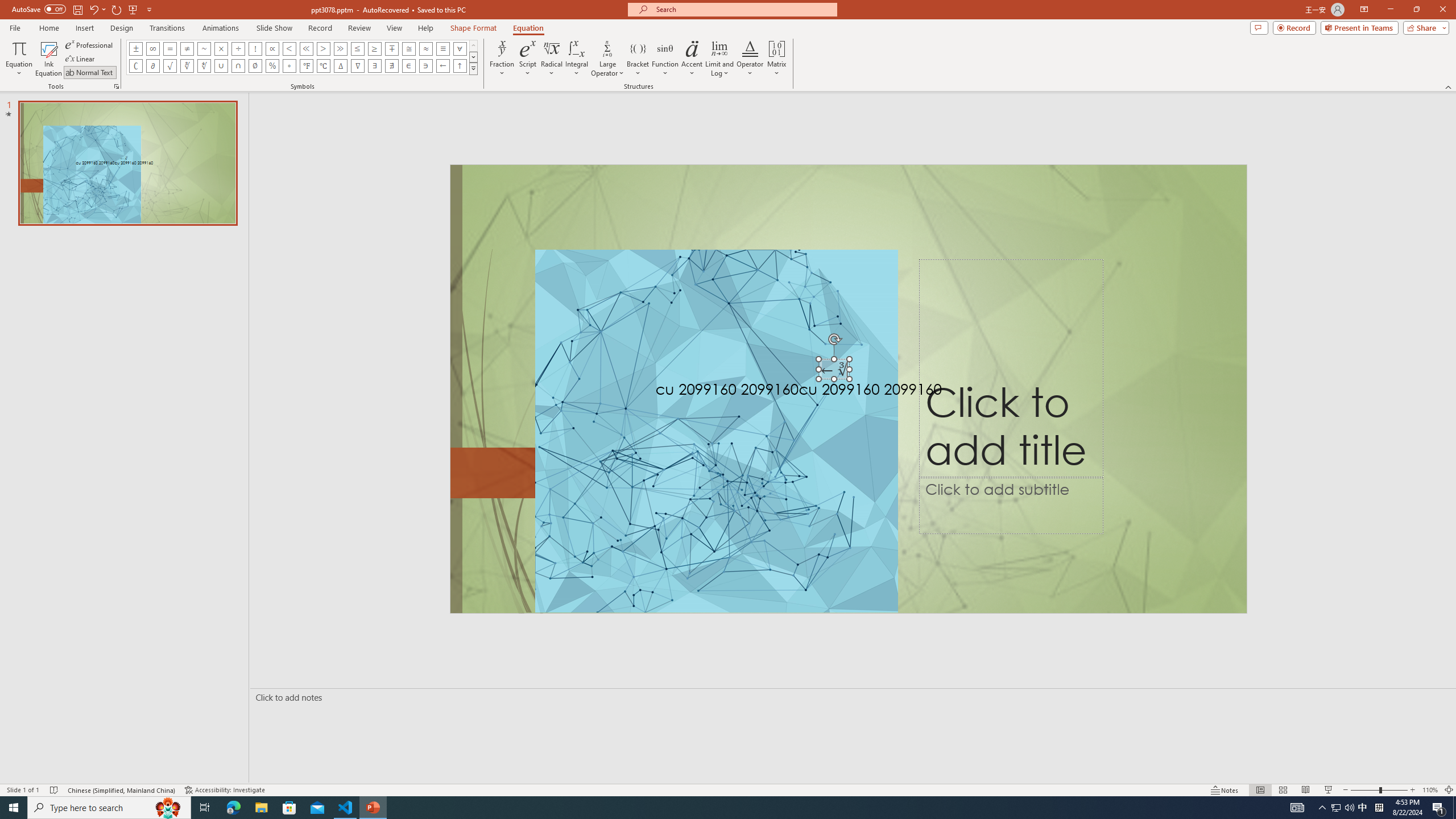 The width and height of the screenshot is (1456, 819). I want to click on 'Equation Symbol Fourth Root', so click(204, 65).